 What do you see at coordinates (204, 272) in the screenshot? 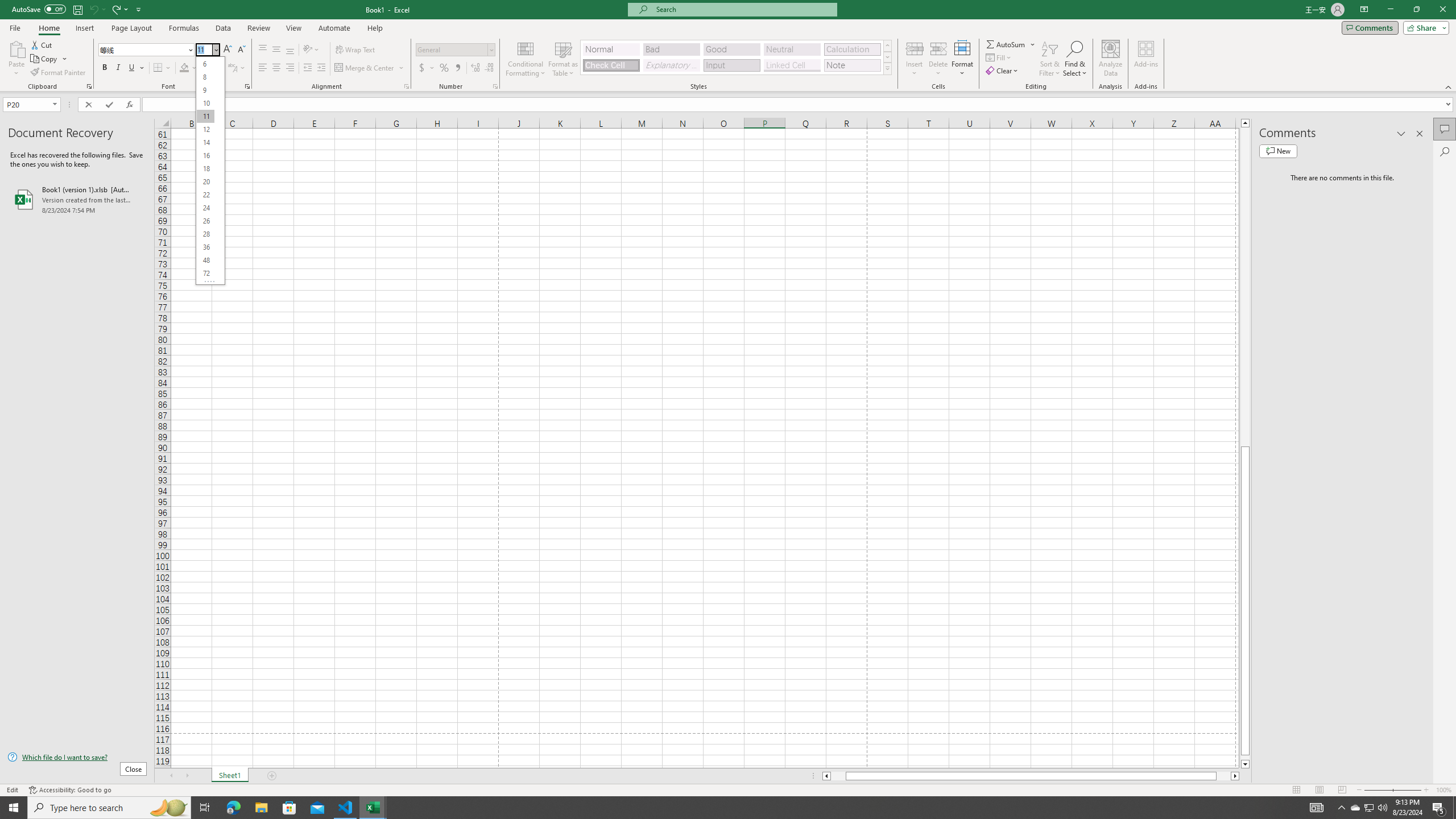
I see `'72'` at bounding box center [204, 272].